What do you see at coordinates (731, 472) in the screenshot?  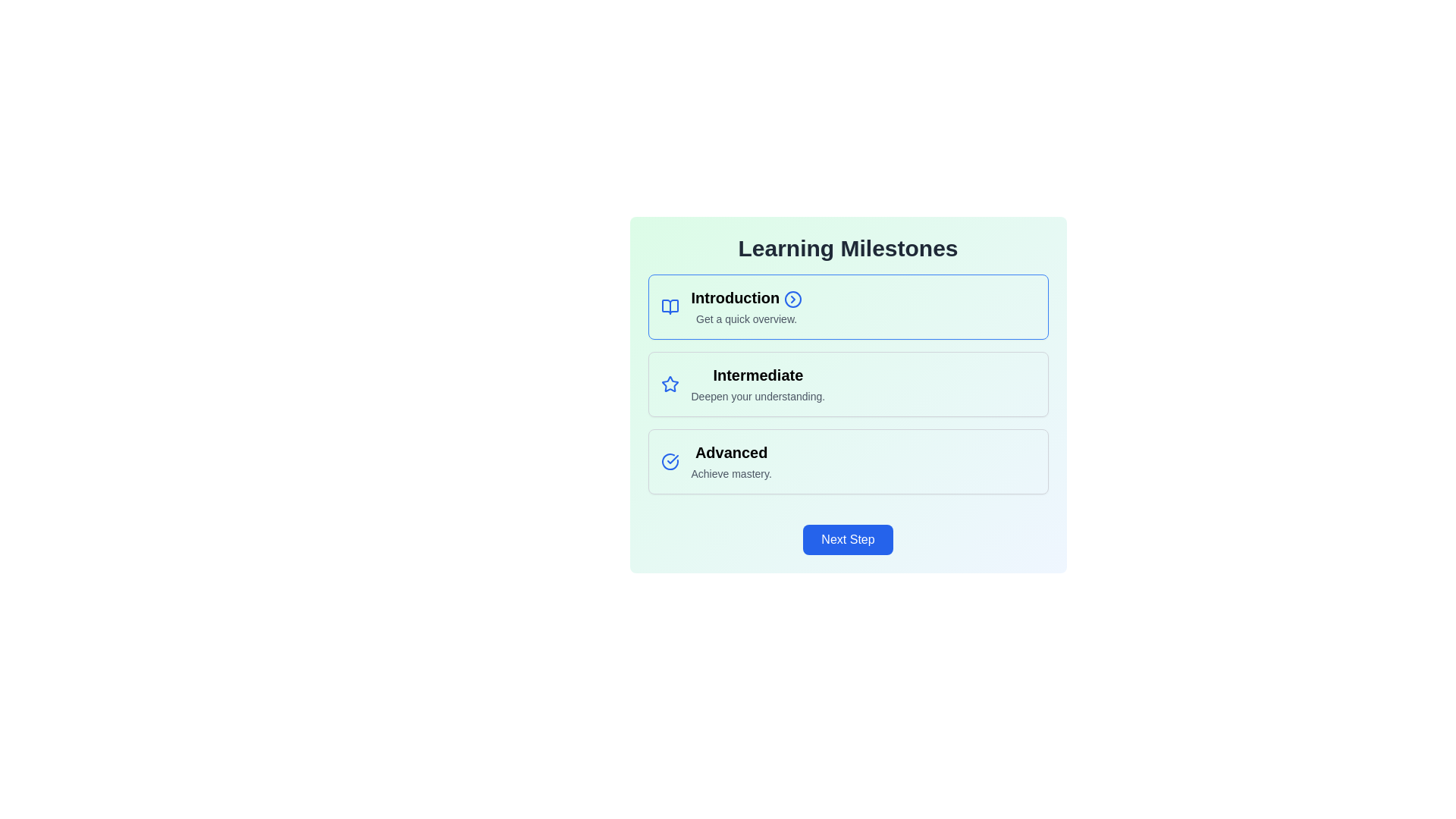 I see `the text label reading 'Achieve mastery.' which is positioned below the title 'Advanced' in the third milestone section of the vertical milestone list` at bounding box center [731, 472].